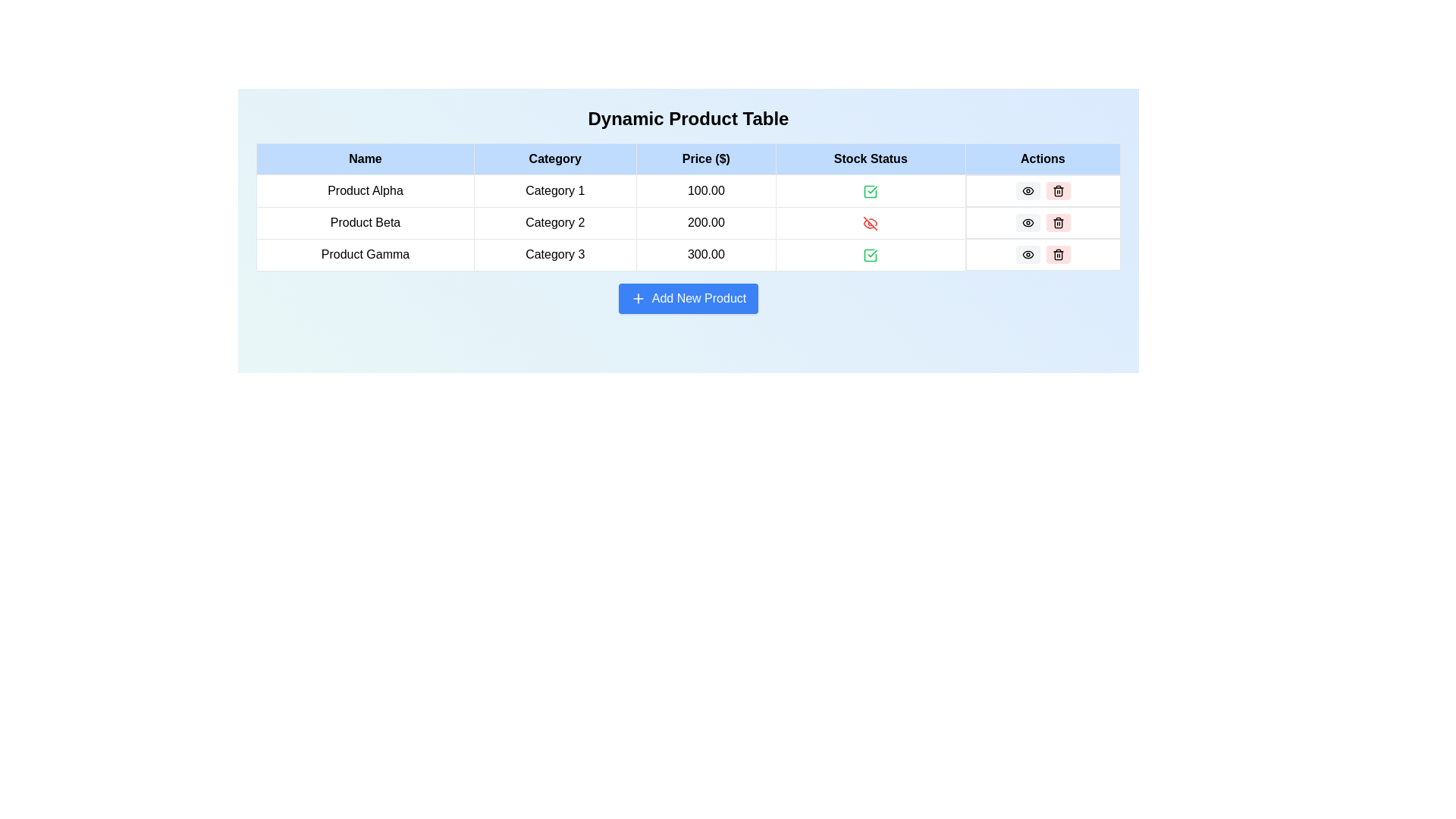 The height and width of the screenshot is (819, 1456). Describe the element at coordinates (1028, 253) in the screenshot. I see `the small, light gray button with a black eye-shaped icon in the 'Actions' column of the last row of the table` at that location.